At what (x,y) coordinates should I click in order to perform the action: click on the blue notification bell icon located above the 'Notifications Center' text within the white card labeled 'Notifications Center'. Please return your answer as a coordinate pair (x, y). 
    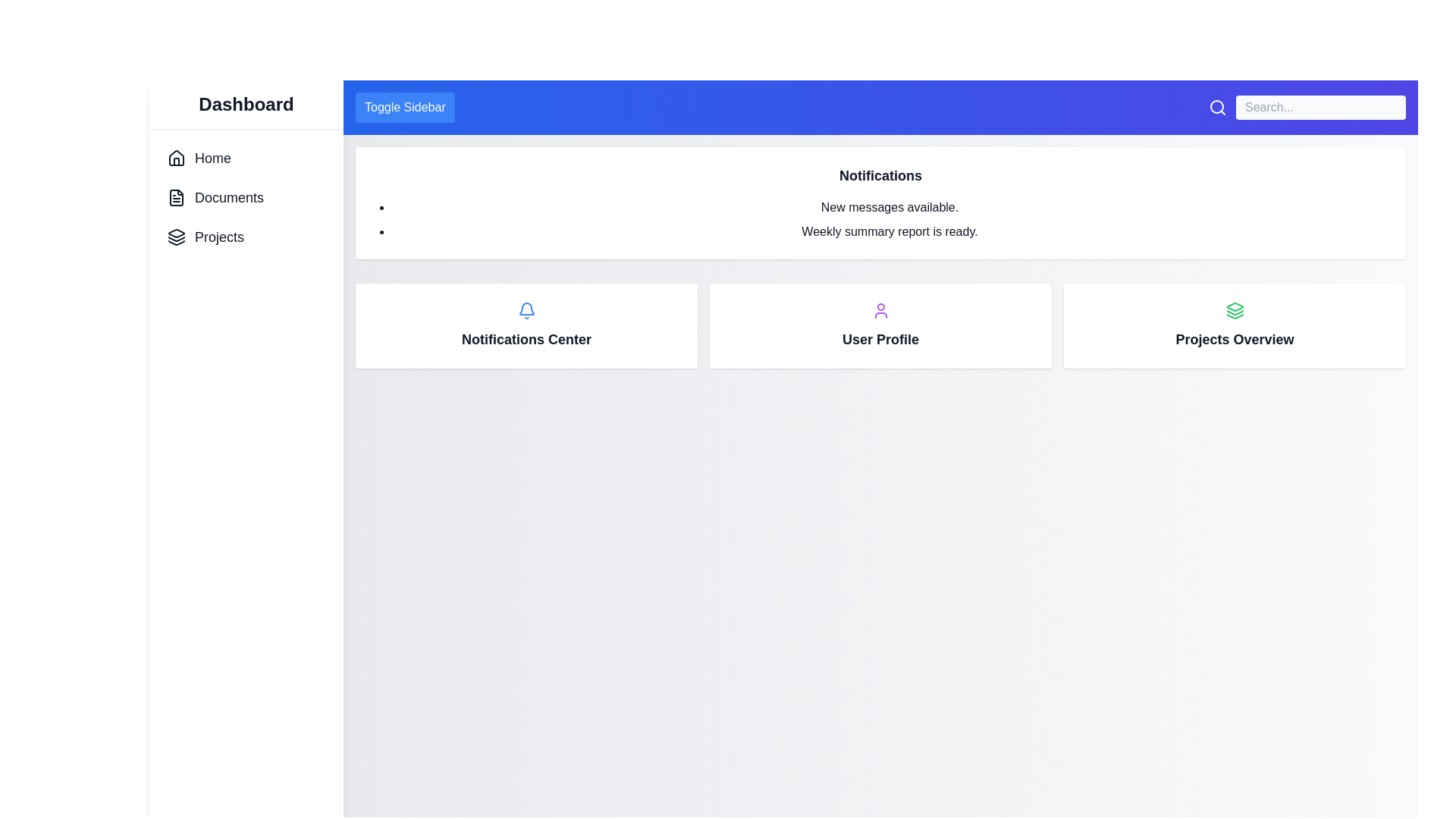
    Looking at the image, I should click on (526, 309).